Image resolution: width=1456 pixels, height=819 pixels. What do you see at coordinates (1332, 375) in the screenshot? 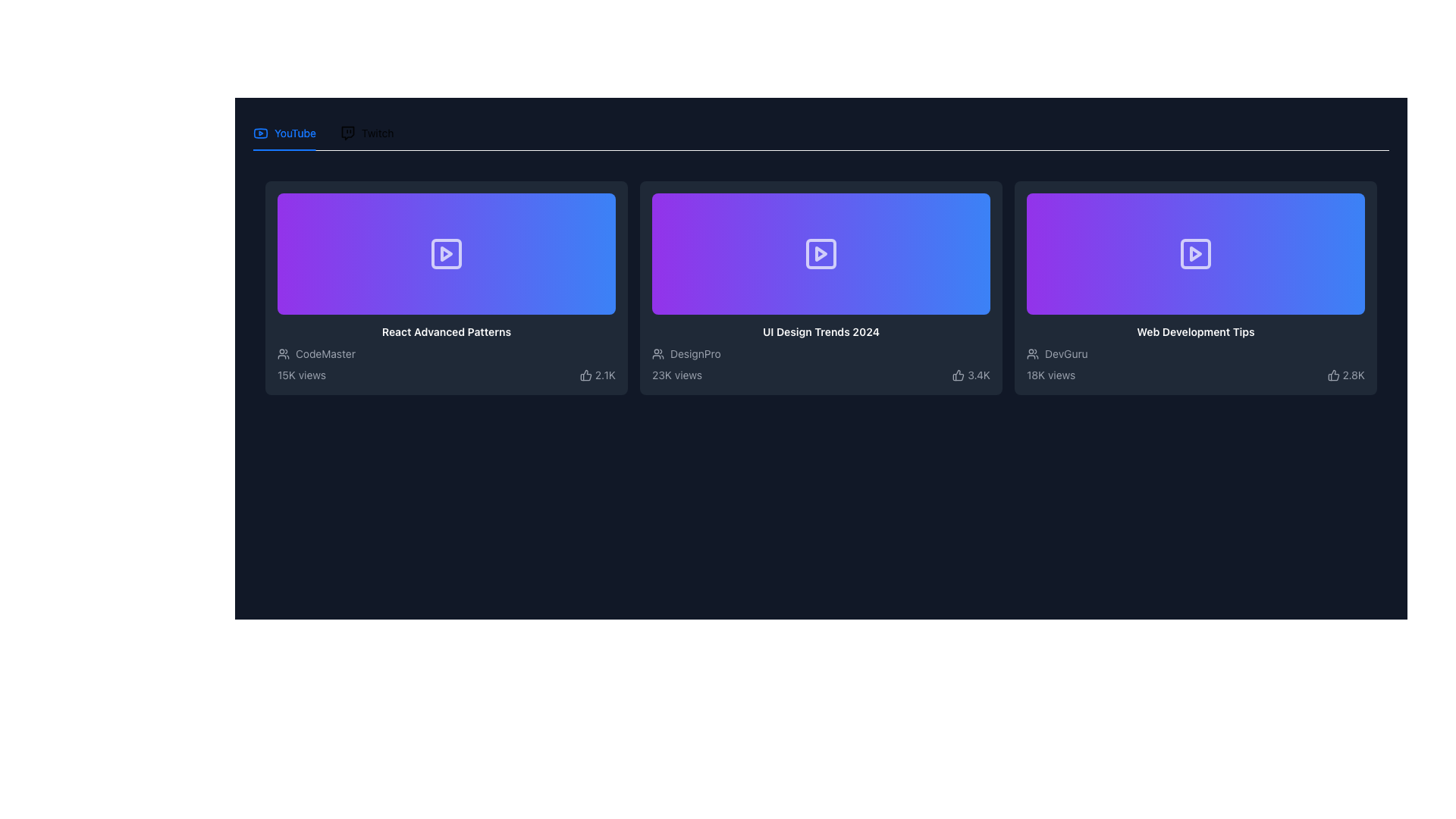
I see `the likes icon located at the bottom-right corner of the 'Web Development Tips' card, adjacent to the '2.8K' text` at bounding box center [1332, 375].